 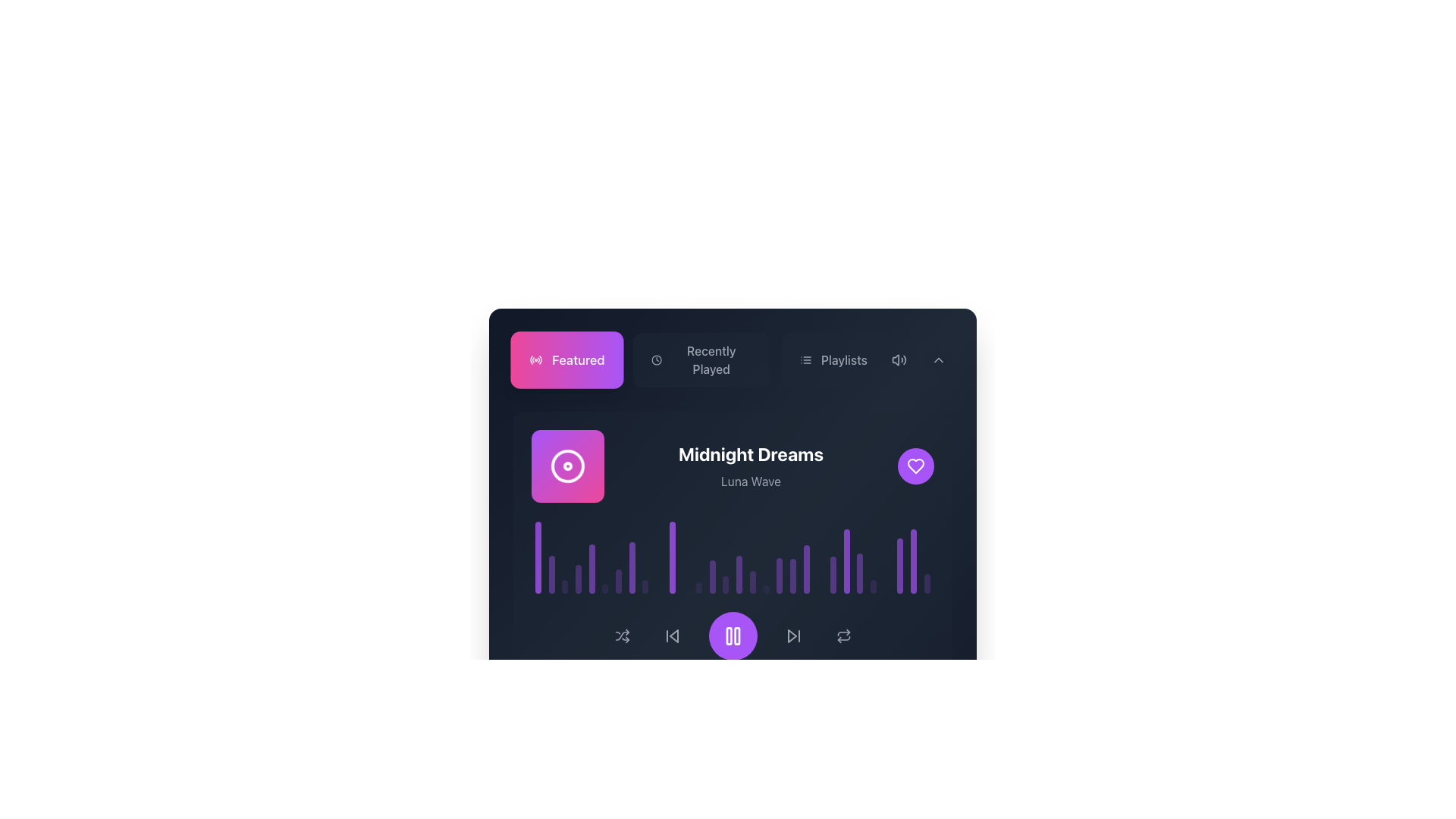 I want to click on the clock icon representing the 'Recently Played' section located within the top navigation section of the interface, so click(x=657, y=359).